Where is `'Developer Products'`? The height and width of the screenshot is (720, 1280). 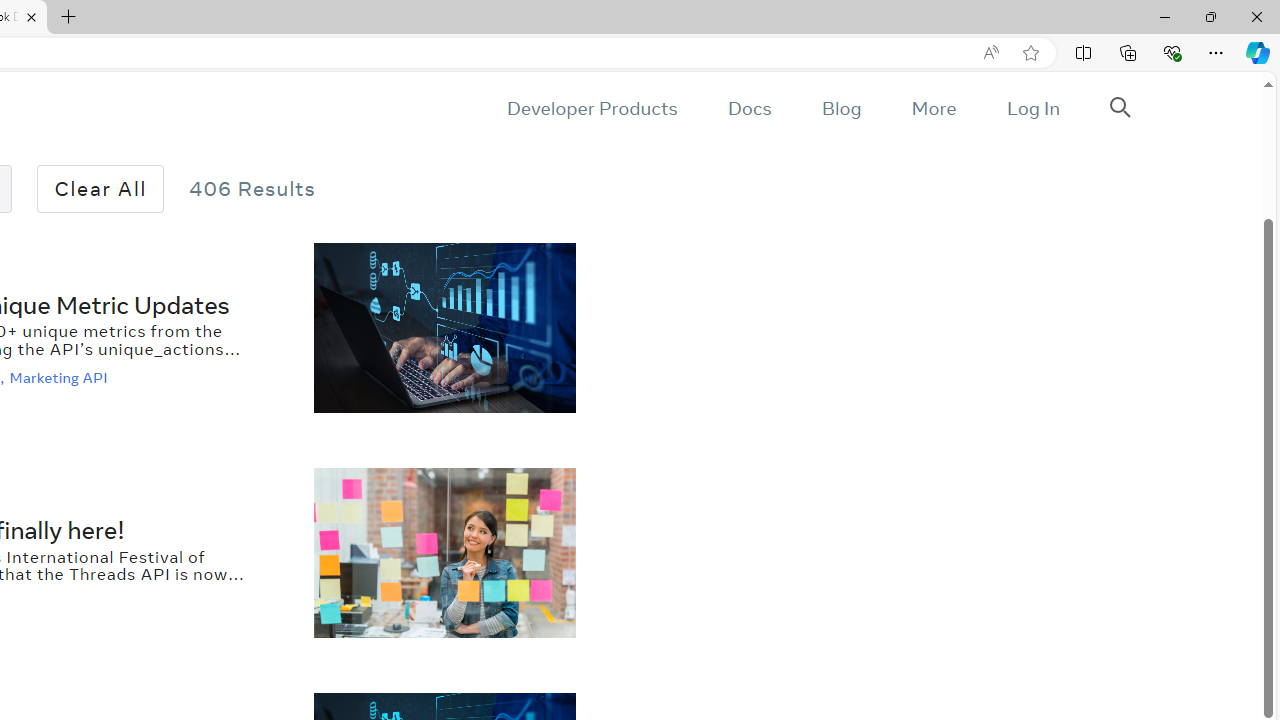
'Developer Products' is located at coordinates (591, 108).